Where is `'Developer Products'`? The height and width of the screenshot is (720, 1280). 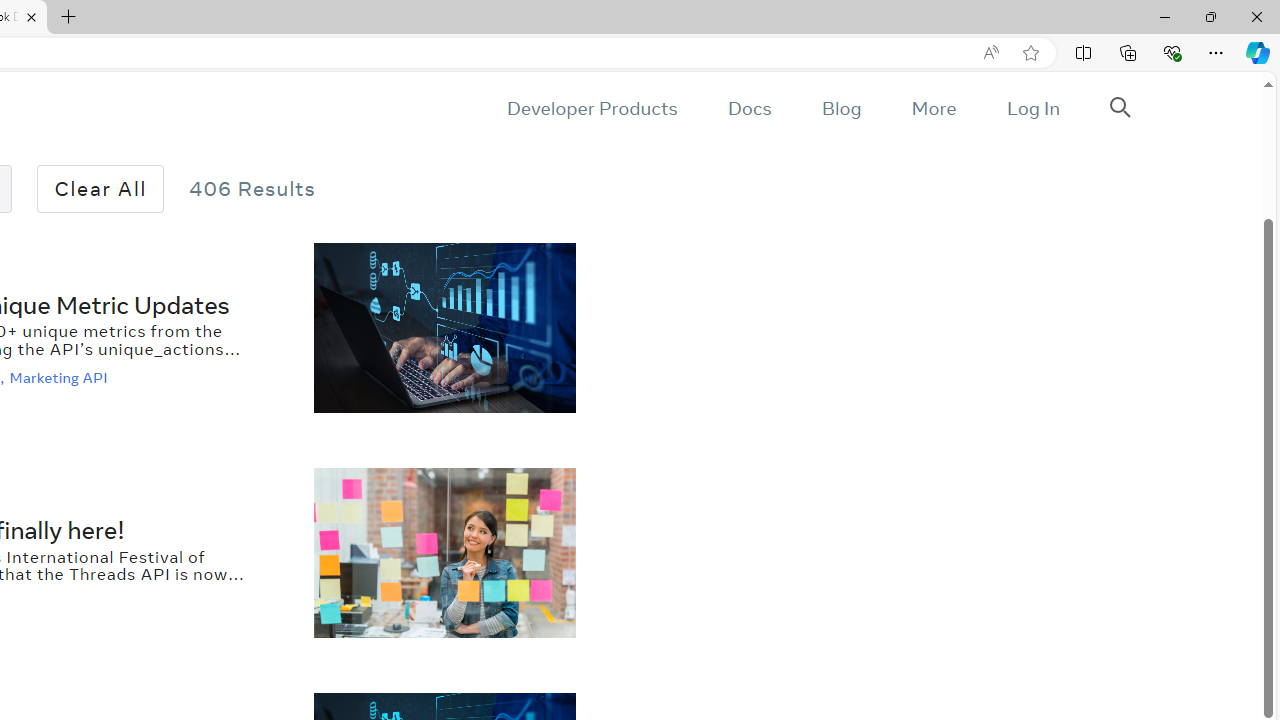
'Developer Products' is located at coordinates (591, 108).